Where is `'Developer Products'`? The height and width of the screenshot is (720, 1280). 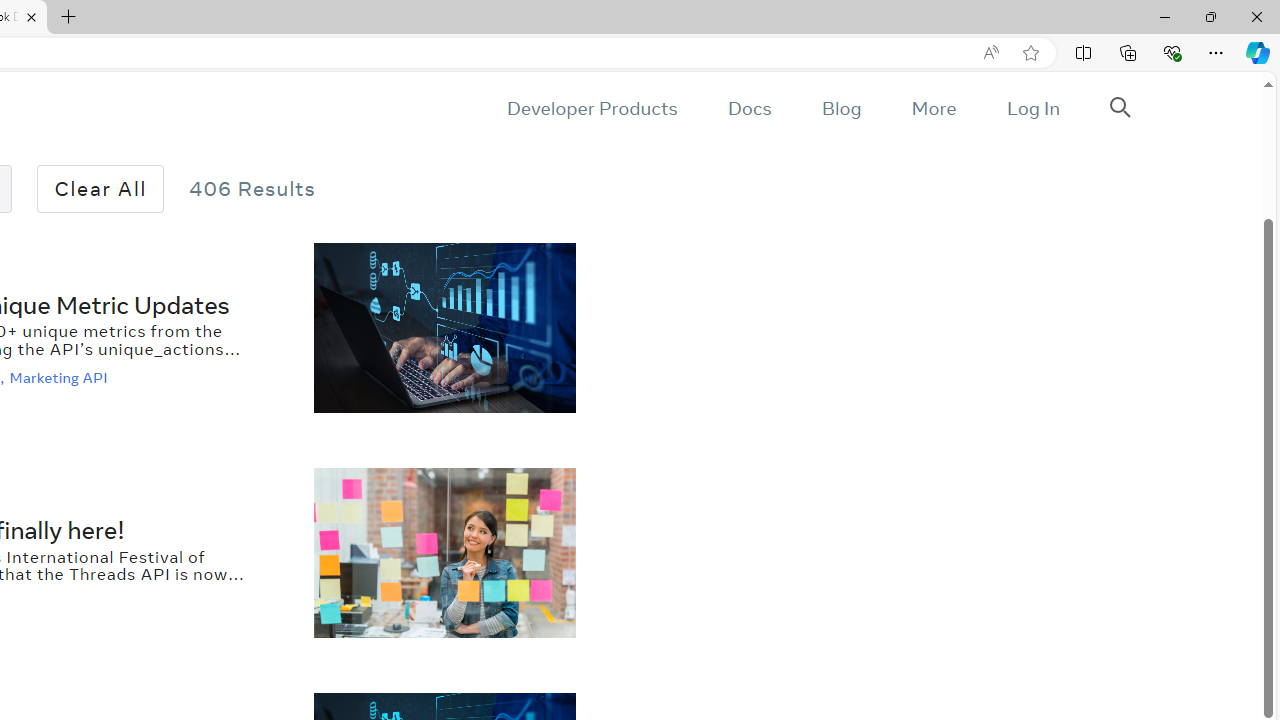
'Developer Products' is located at coordinates (591, 108).